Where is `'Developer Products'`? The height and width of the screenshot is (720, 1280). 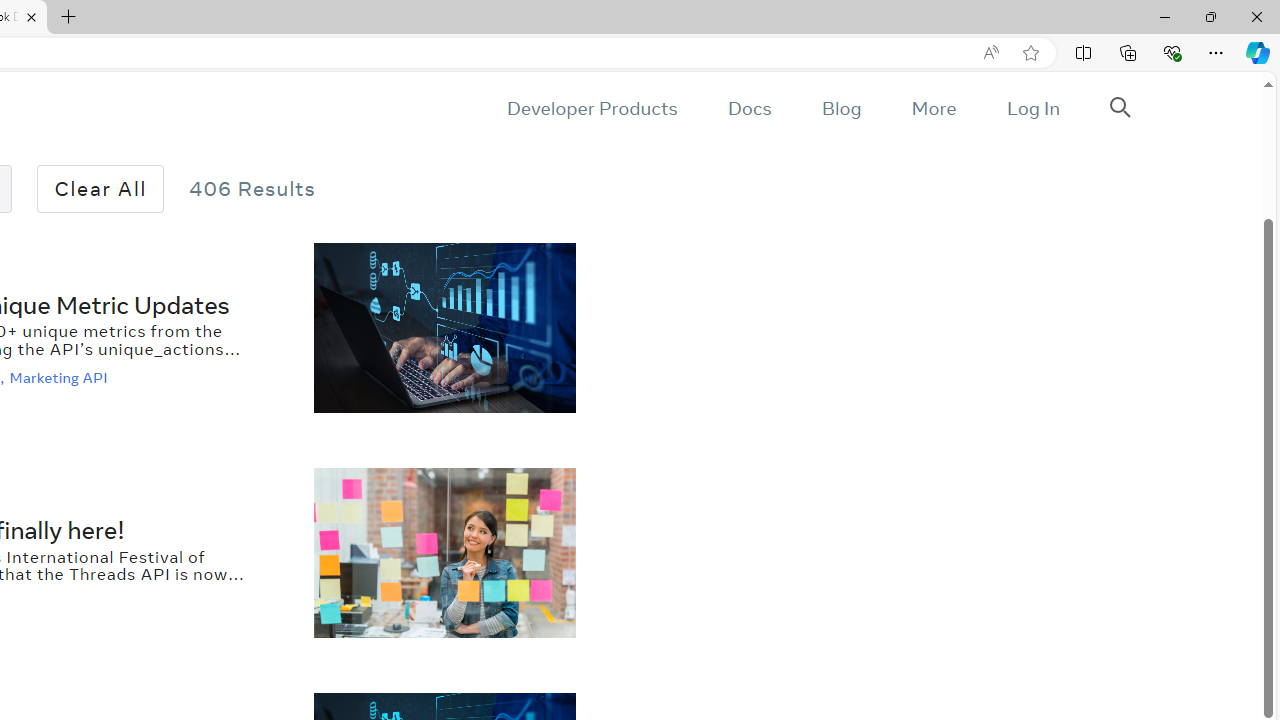
'Developer Products' is located at coordinates (591, 108).